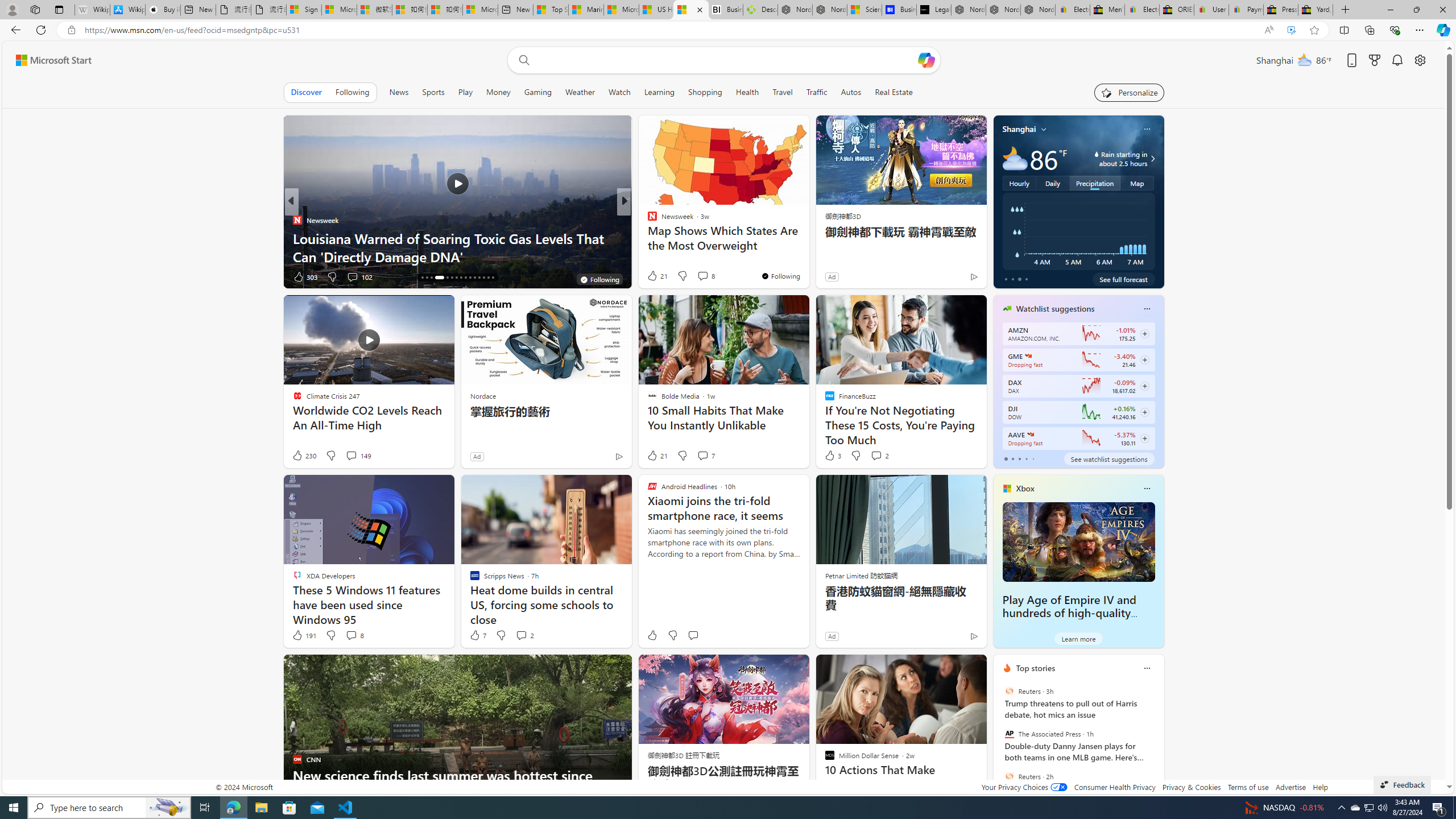 The image size is (1456, 819). Describe the element at coordinates (1152, 159) in the screenshot. I see `'Class: weather-arrow-glyph'` at that location.